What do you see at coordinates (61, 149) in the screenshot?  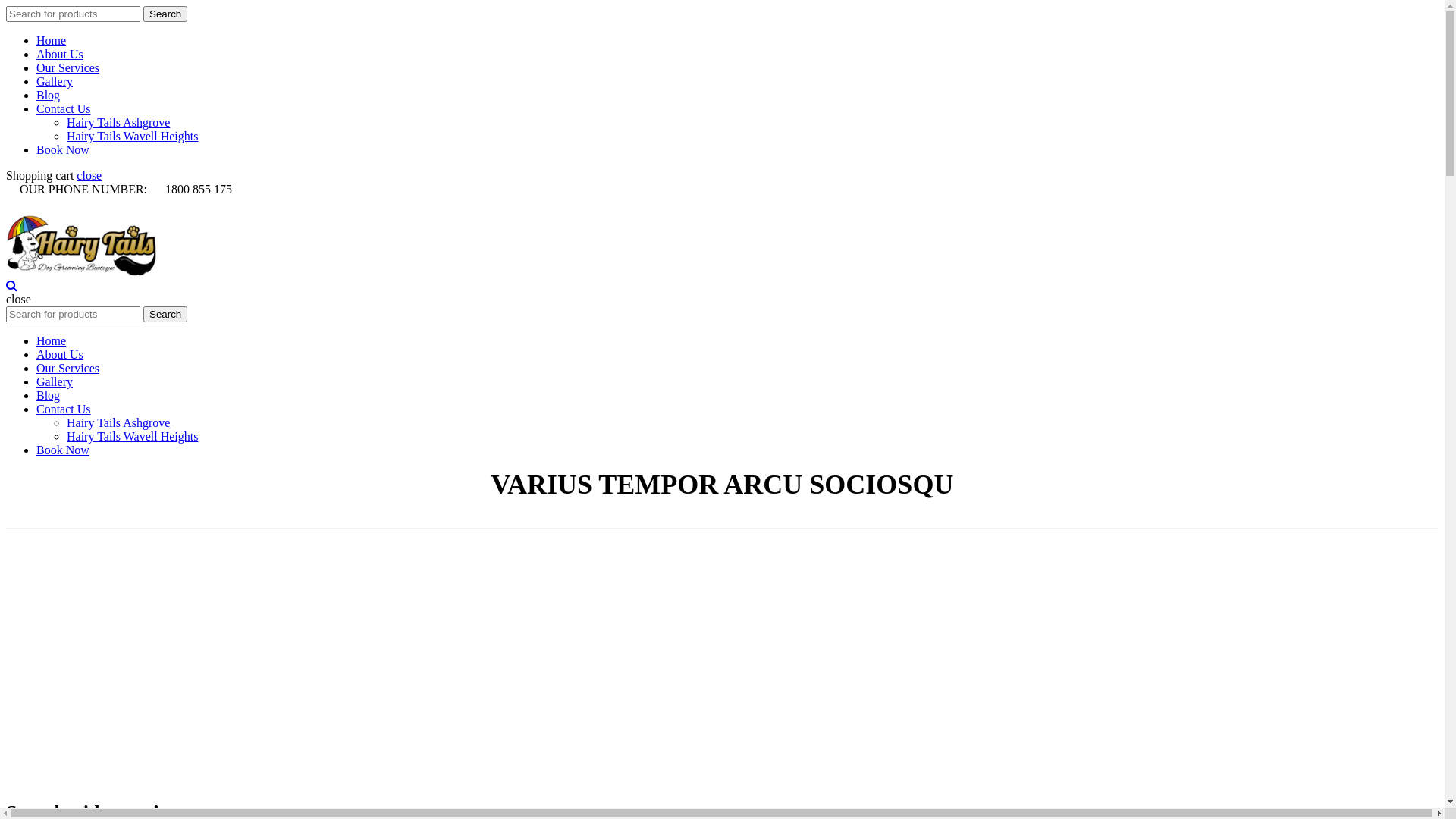 I see `'Book Now'` at bounding box center [61, 149].